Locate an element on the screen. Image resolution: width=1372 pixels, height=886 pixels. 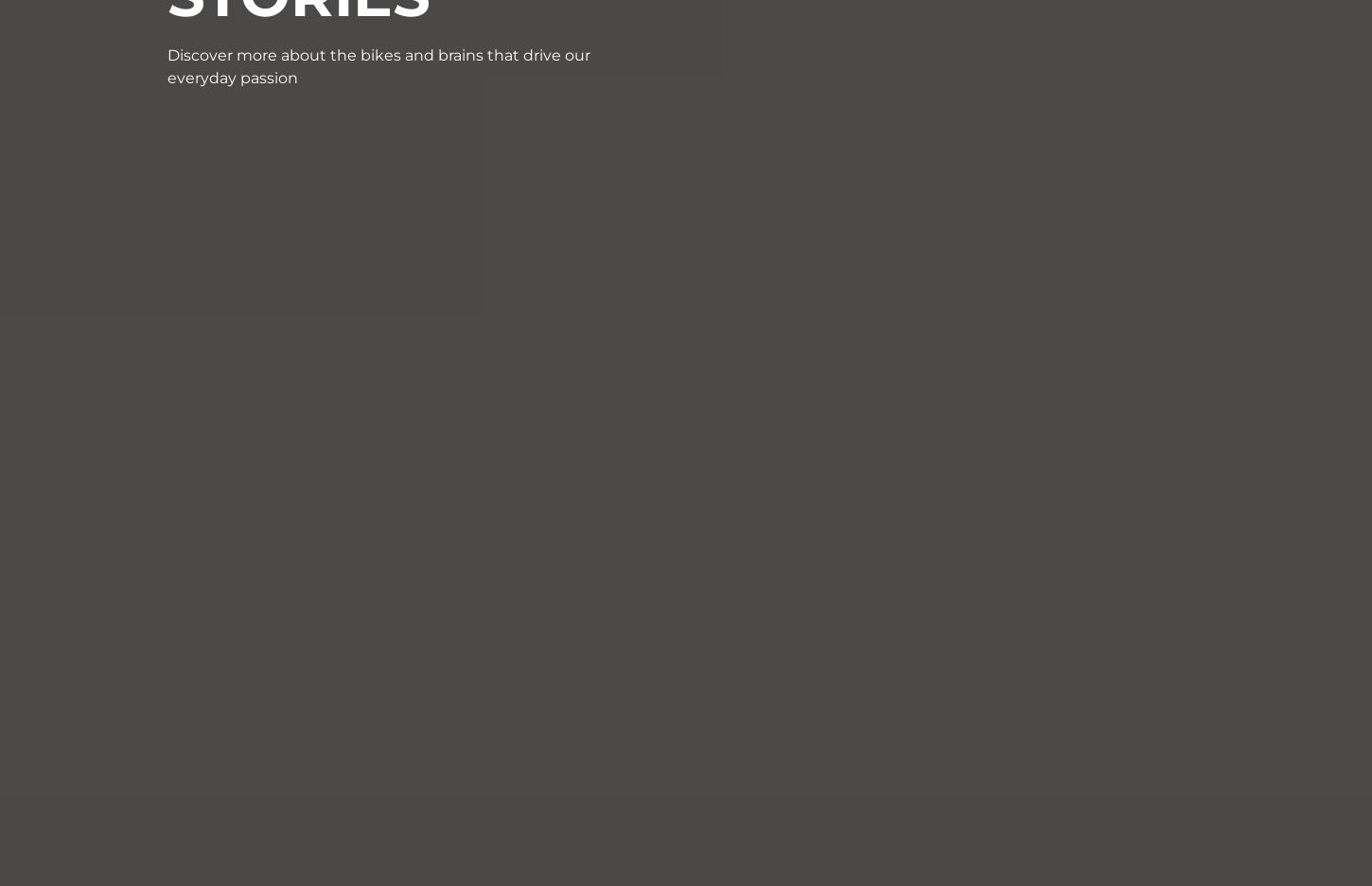
'Bike archives' is located at coordinates (964, 533).